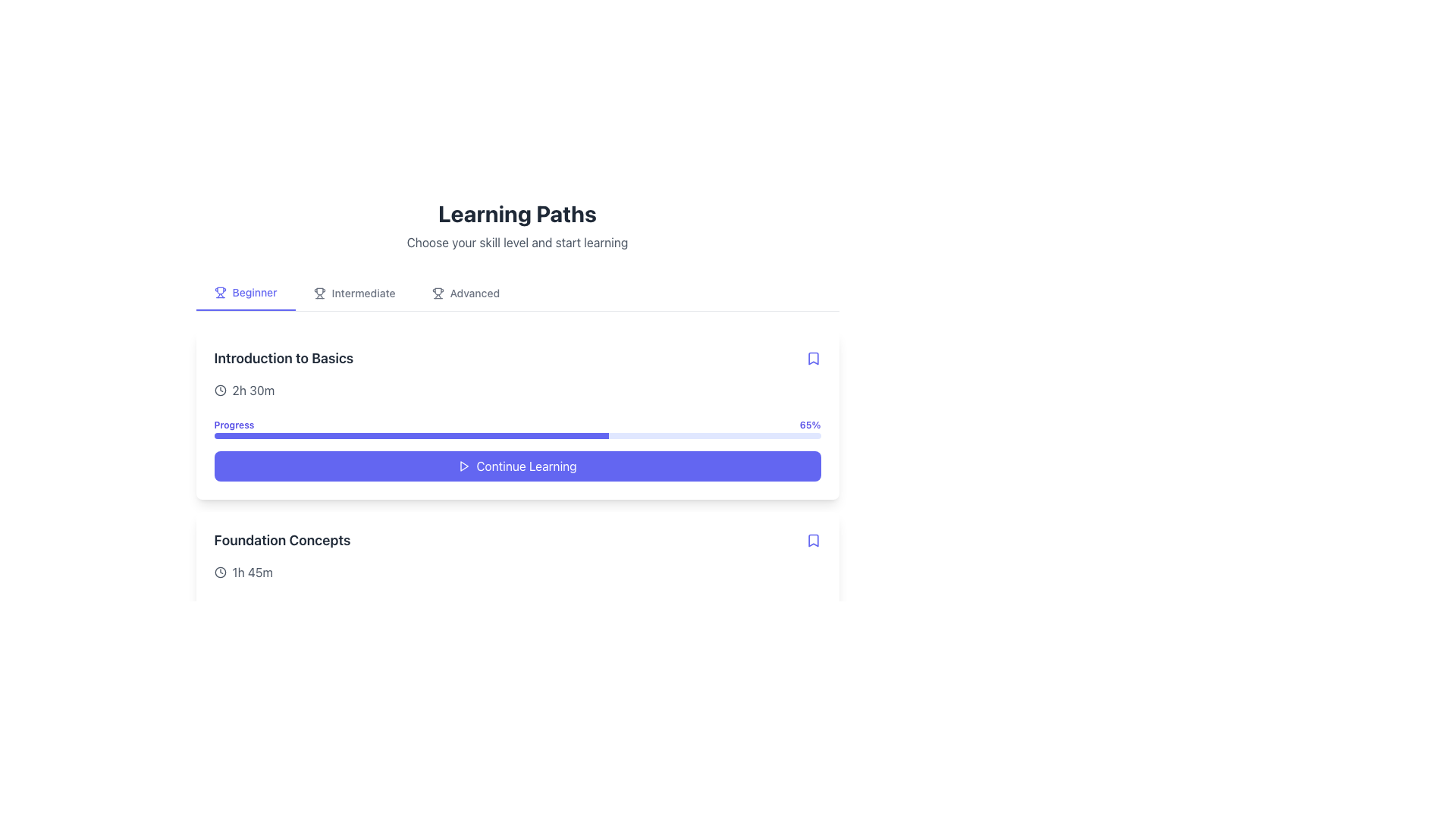 Image resolution: width=1456 pixels, height=819 pixels. Describe the element at coordinates (517, 435) in the screenshot. I see `the progress bar element, which is styled with a light indigo outer layer and a blue-filled portion indicating 65% completion, located below the text label 'Progress'` at that location.